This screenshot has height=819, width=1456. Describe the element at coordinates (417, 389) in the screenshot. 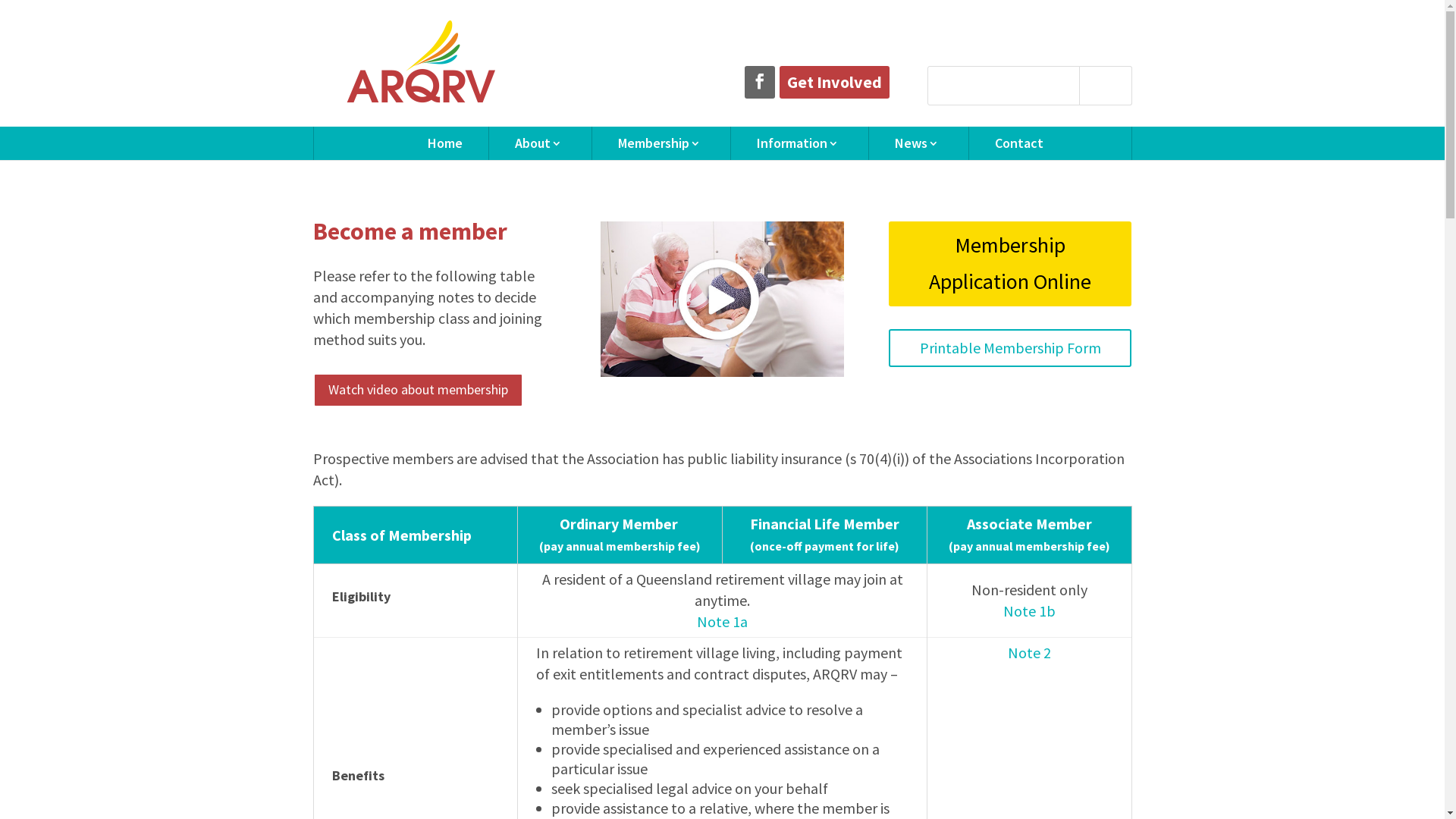

I see `'Watch video about membership'` at that location.